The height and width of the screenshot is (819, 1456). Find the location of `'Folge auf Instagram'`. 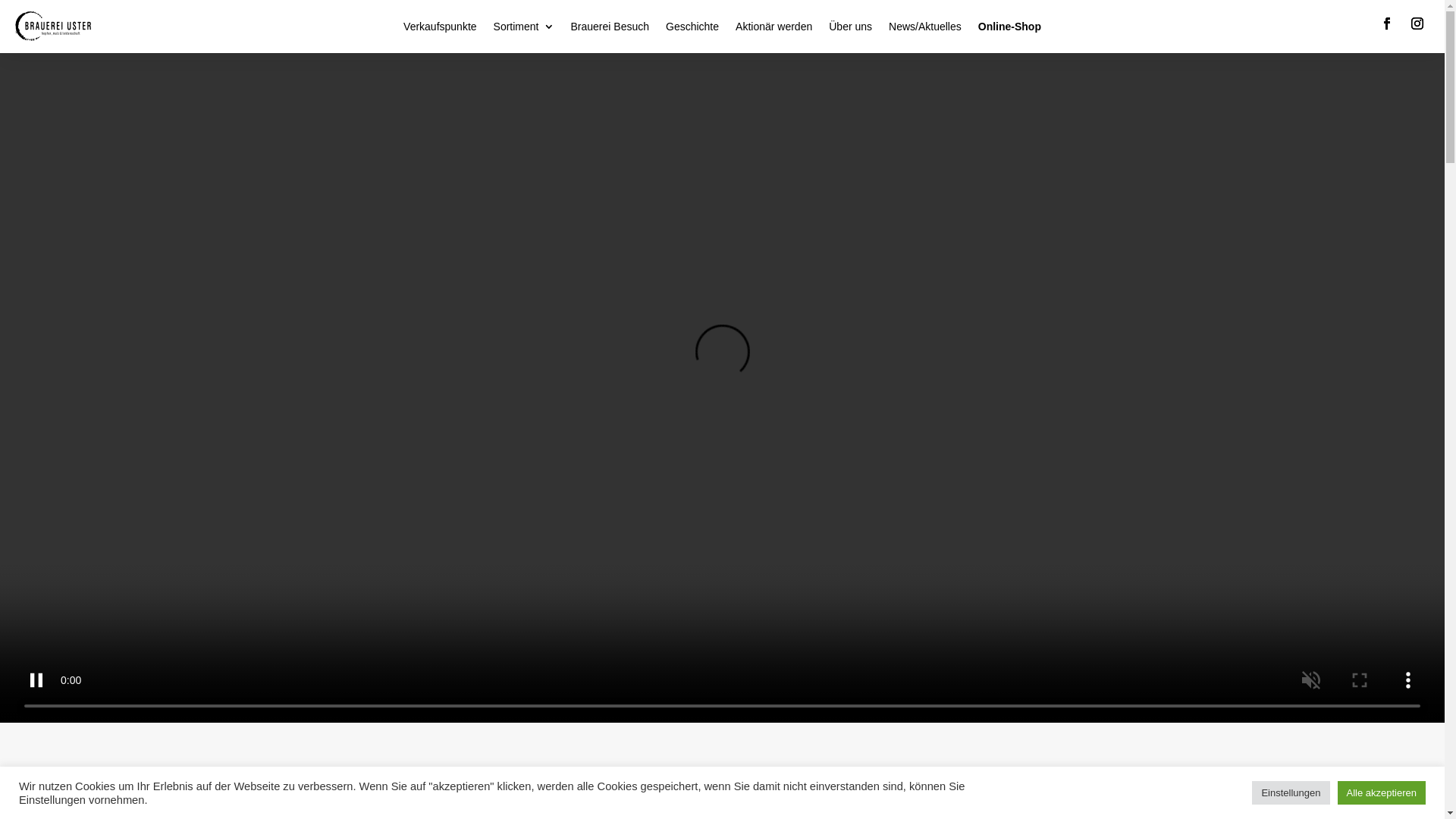

'Folge auf Instagram' is located at coordinates (1416, 23).